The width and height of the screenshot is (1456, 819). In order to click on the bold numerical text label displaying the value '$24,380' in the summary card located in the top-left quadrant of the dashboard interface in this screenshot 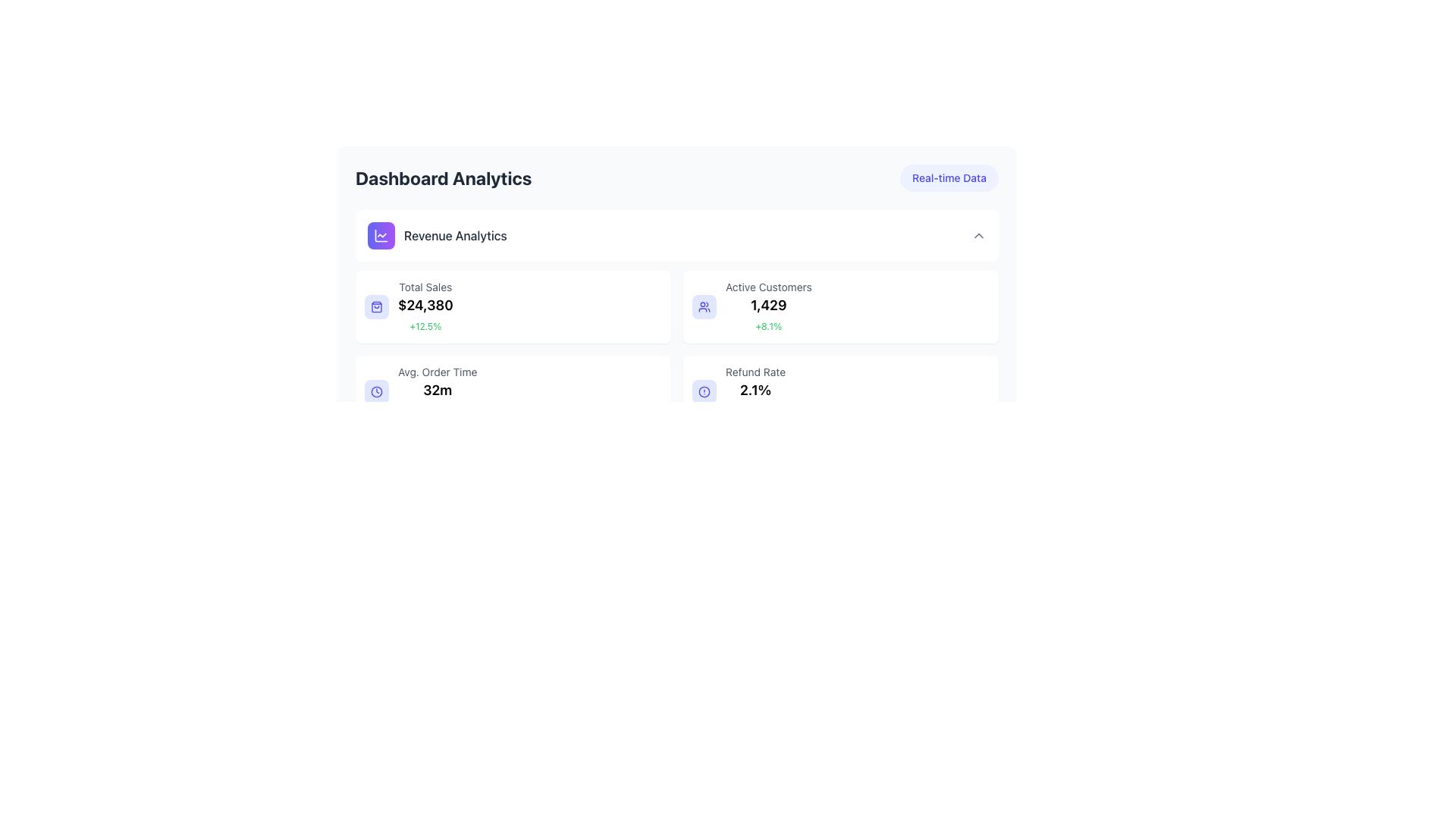, I will do `click(425, 305)`.